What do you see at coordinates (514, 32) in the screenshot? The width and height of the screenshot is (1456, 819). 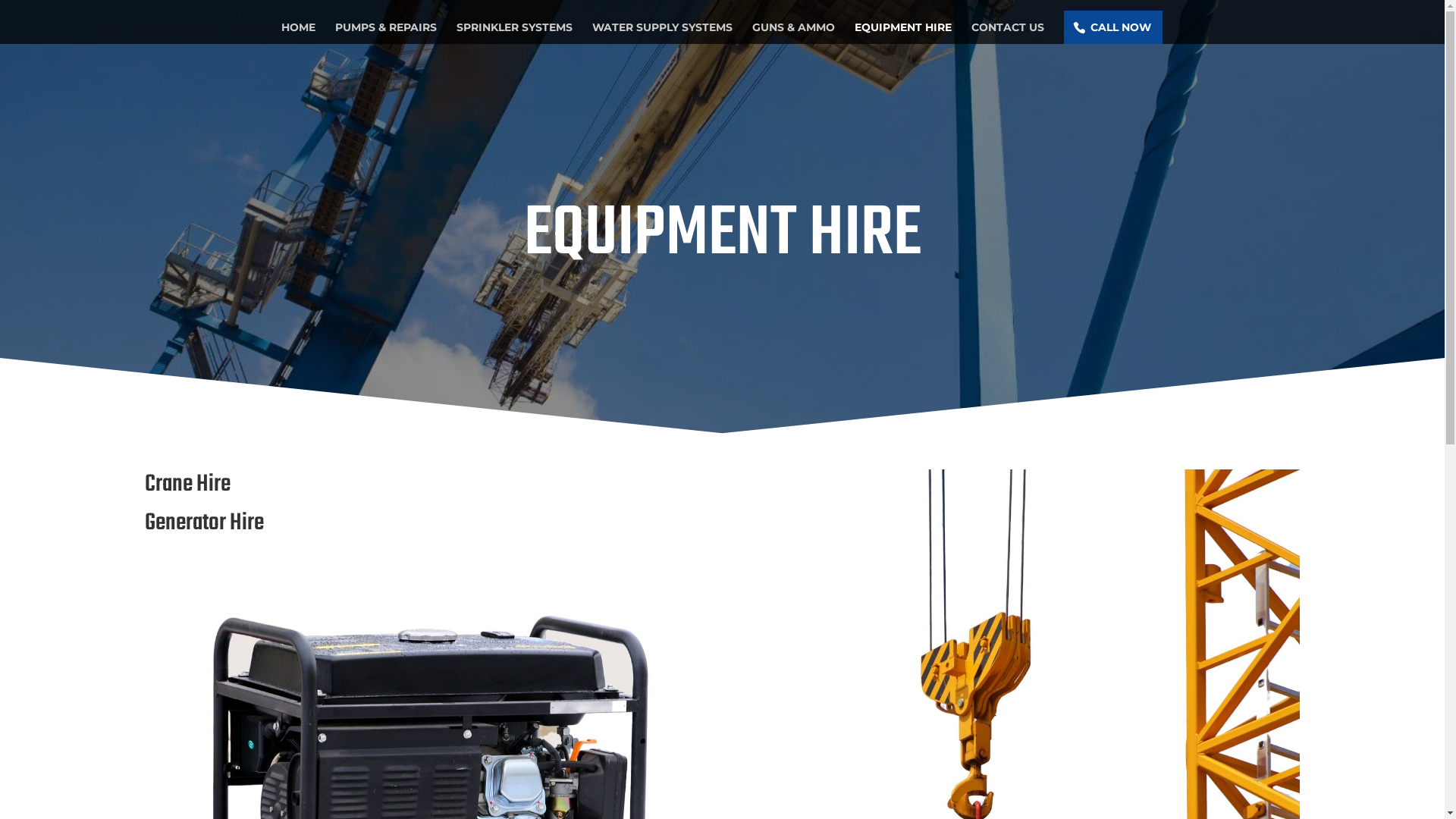 I see `'SPRINKLER SYSTEMS'` at bounding box center [514, 32].